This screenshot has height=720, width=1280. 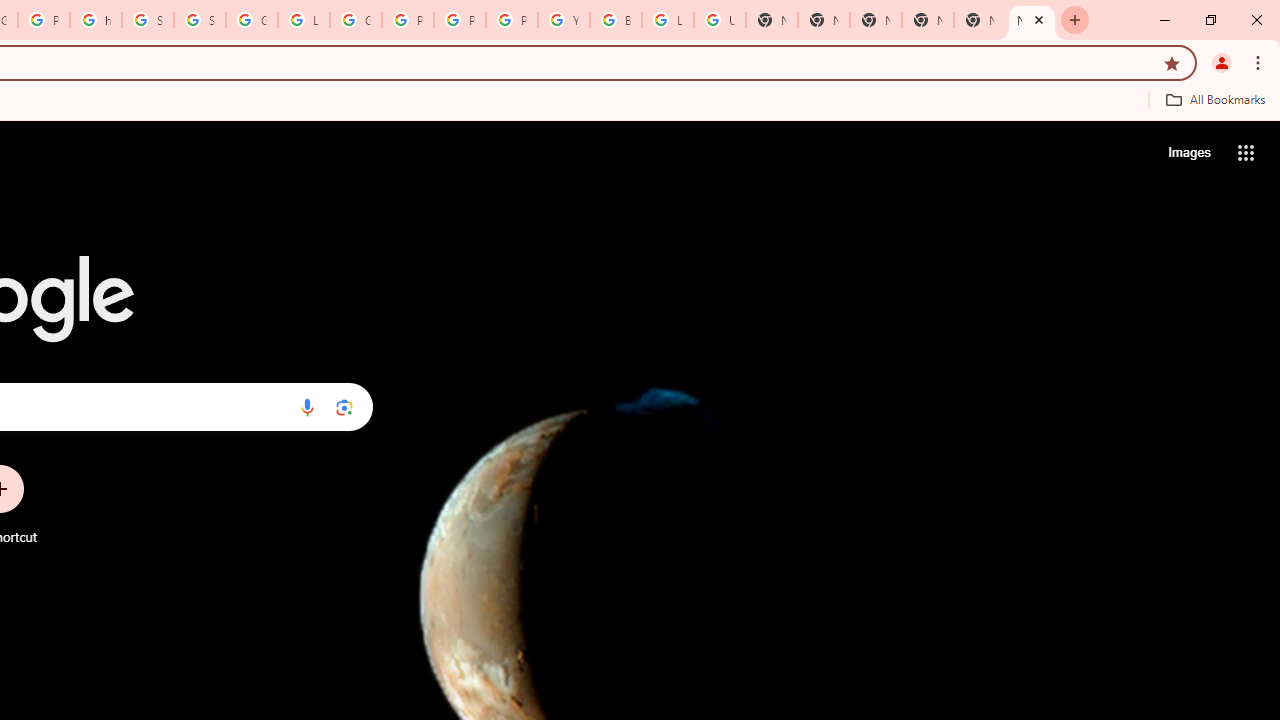 I want to click on 'Privacy Help Center - Policies Help', so click(x=459, y=20).